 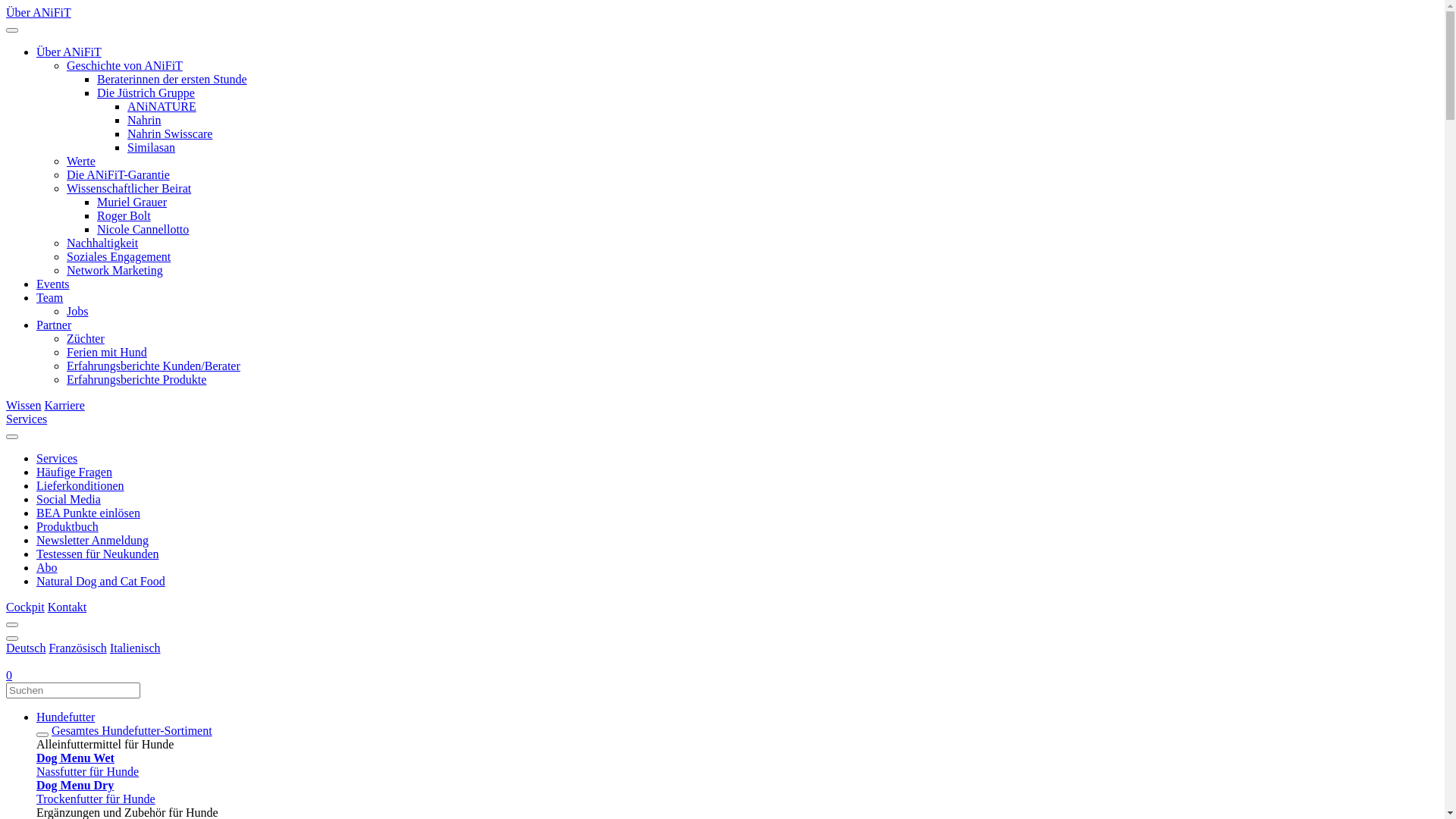 I want to click on 'Wissen', so click(x=23, y=404).